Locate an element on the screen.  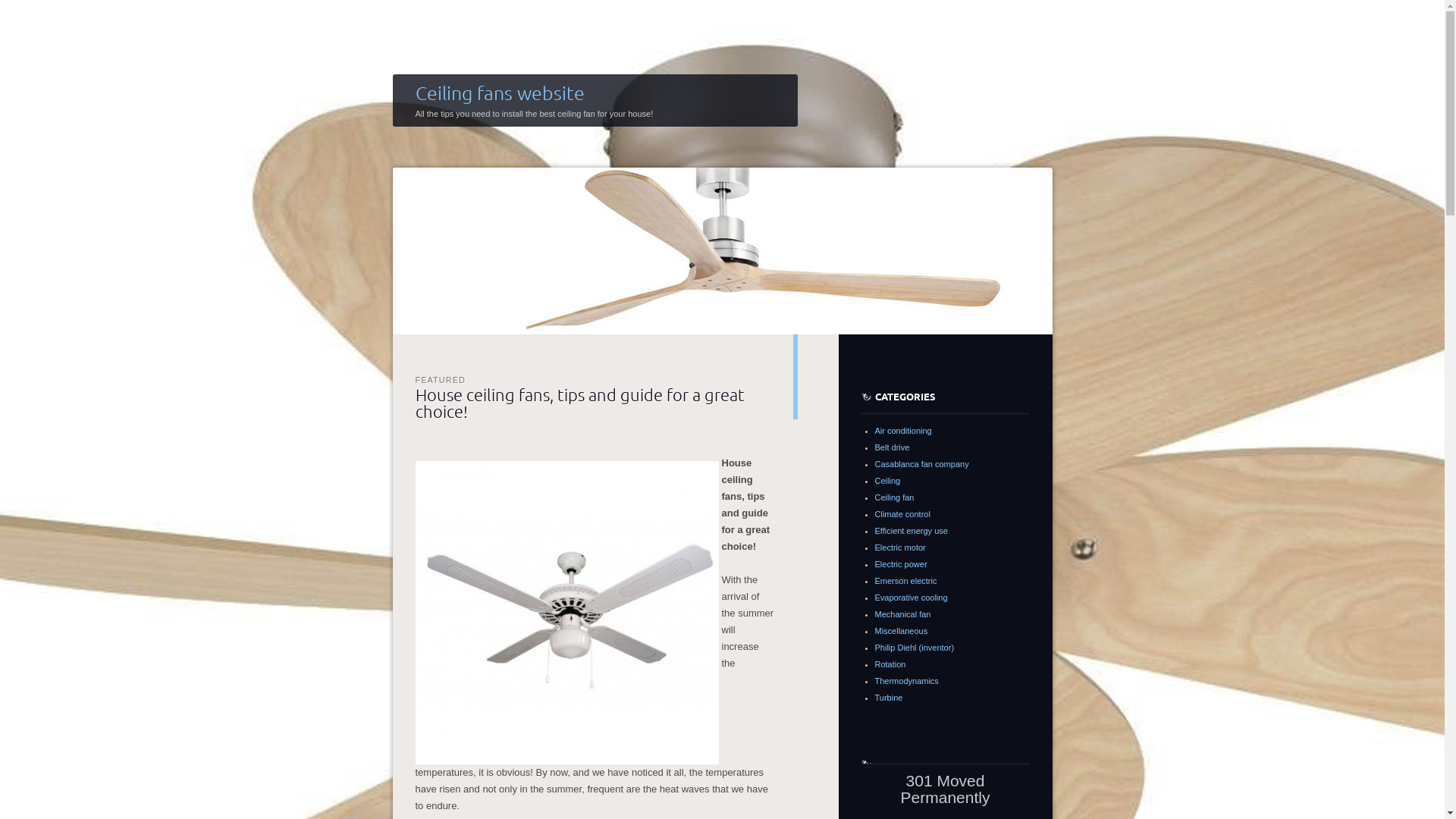
'Philip Diehl (inventor)' is located at coordinates (874, 647).